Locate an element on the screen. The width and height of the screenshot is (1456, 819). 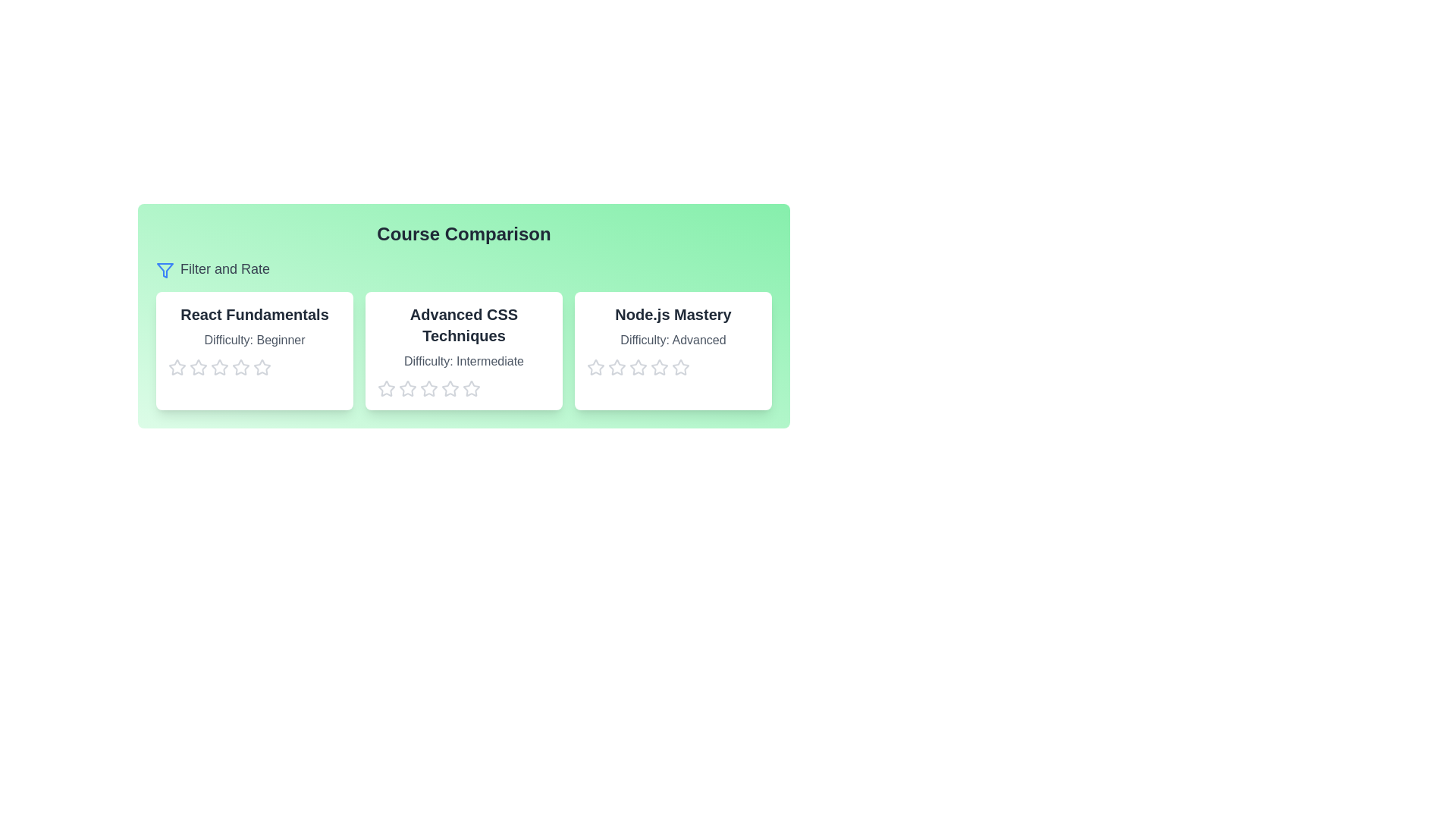
the course card titled 'Node.js Mastery' to observe its hover effect is located at coordinates (673, 350).